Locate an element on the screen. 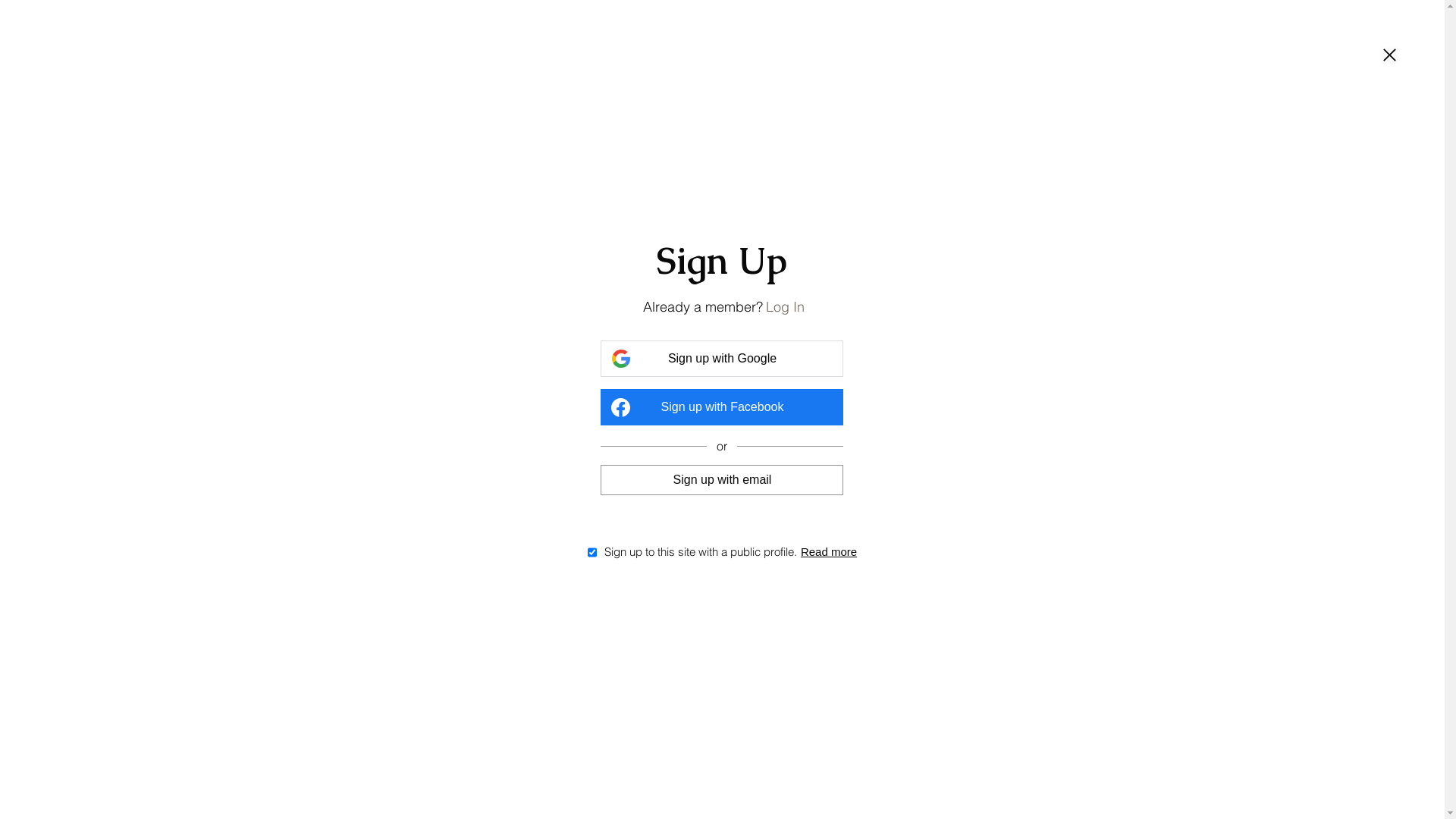 This screenshot has width=1456, height=819. 'Log In' is located at coordinates (785, 306).